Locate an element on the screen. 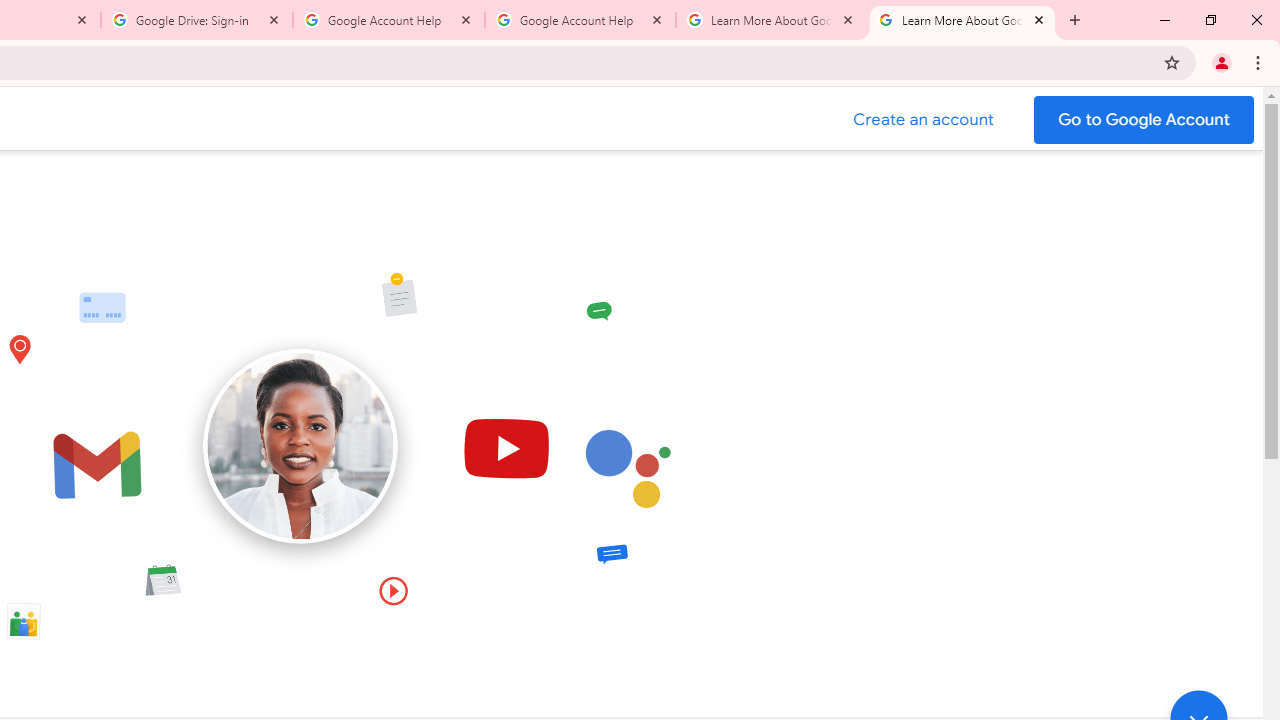  'Google Drive: Sign-in' is located at coordinates (197, 20).